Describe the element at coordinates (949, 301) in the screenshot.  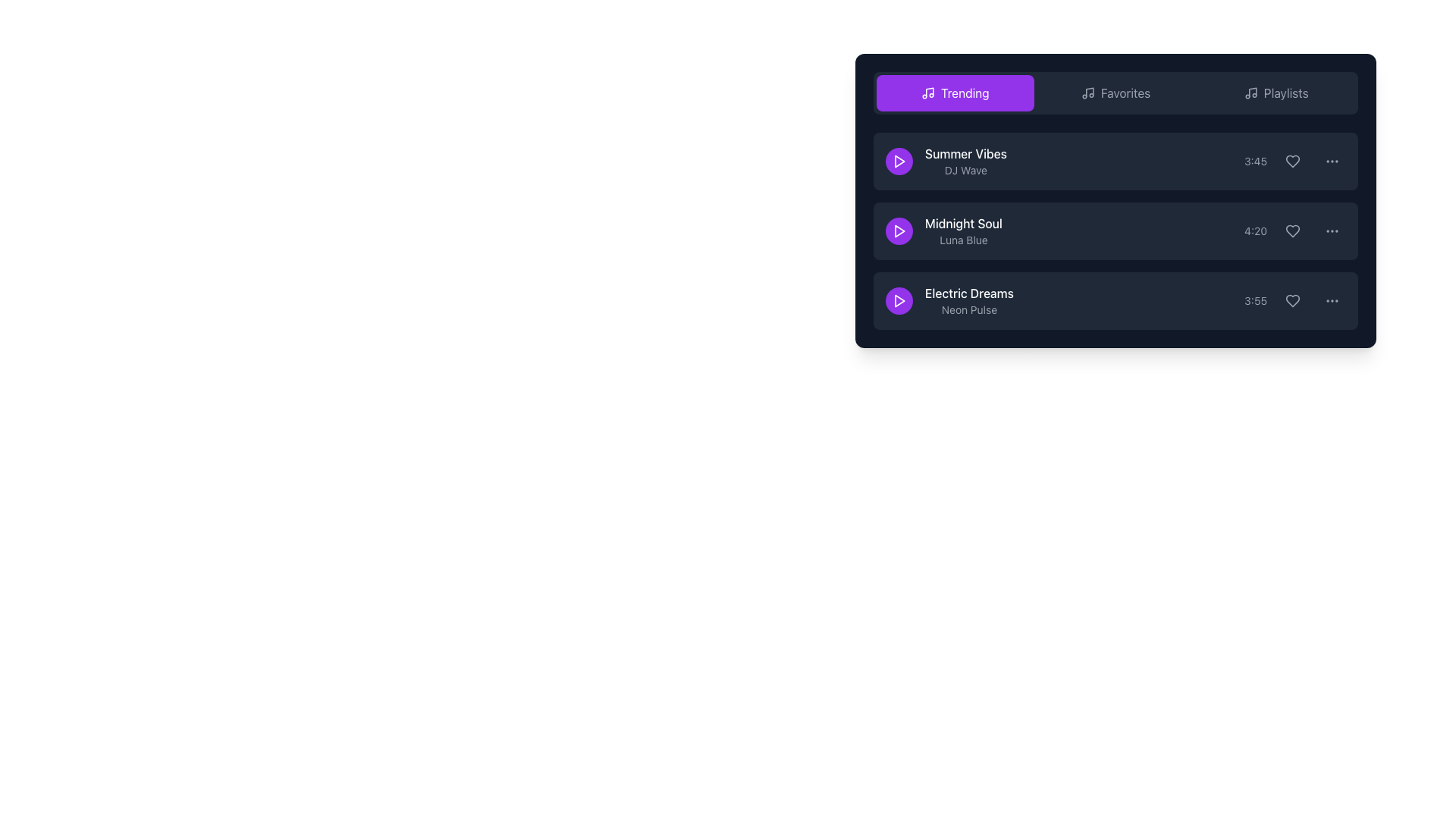
I see `the textual area of the list item component displaying the song title 'Electric Dreams'` at that location.